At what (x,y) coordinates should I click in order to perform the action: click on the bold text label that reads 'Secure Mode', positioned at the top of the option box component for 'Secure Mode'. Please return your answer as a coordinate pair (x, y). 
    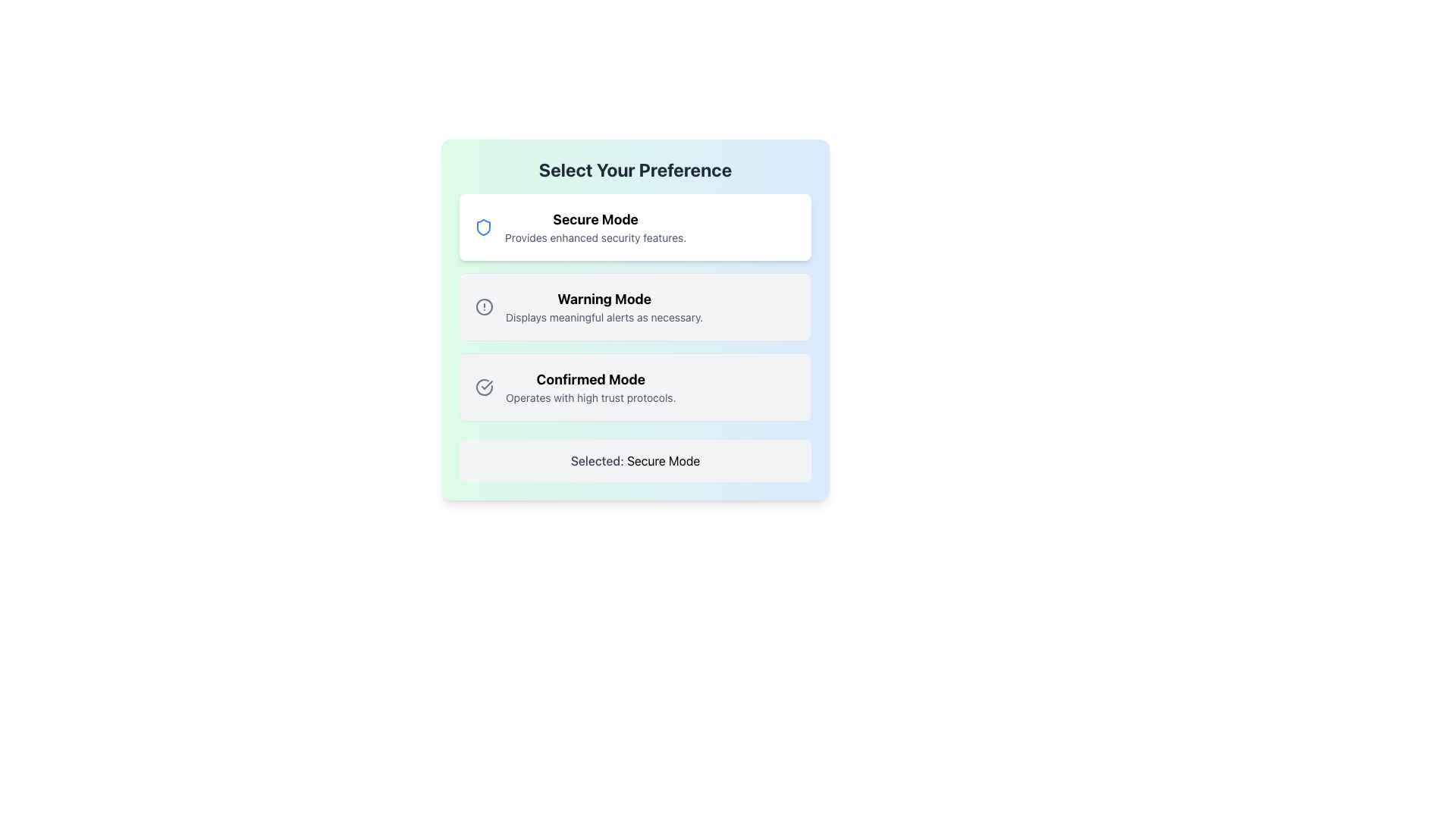
    Looking at the image, I should click on (595, 219).